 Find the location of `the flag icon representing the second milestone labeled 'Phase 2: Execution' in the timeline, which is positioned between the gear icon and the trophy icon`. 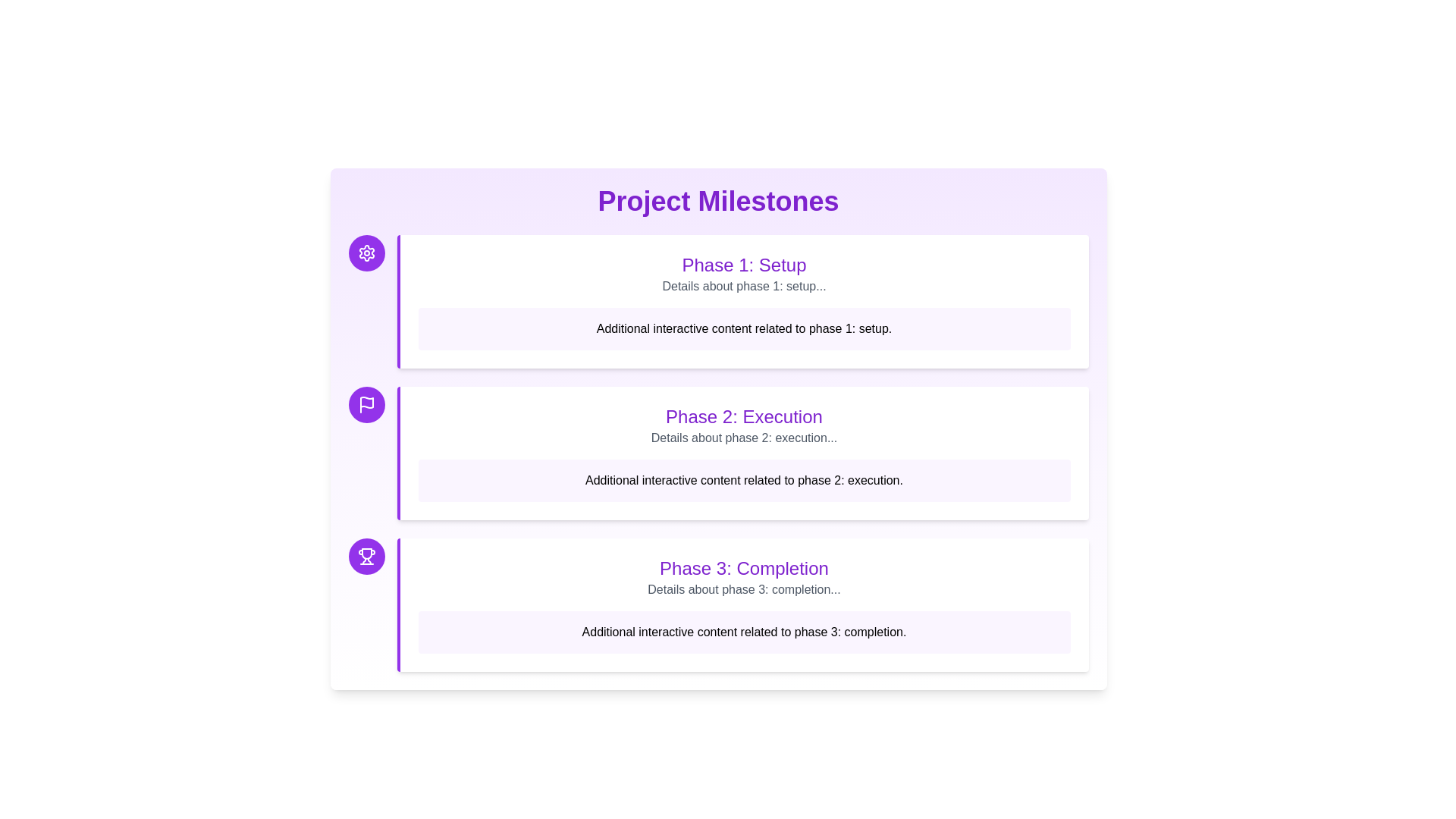

the flag icon representing the second milestone labeled 'Phase 2: Execution' in the timeline, which is positioned between the gear icon and the trophy icon is located at coordinates (366, 402).